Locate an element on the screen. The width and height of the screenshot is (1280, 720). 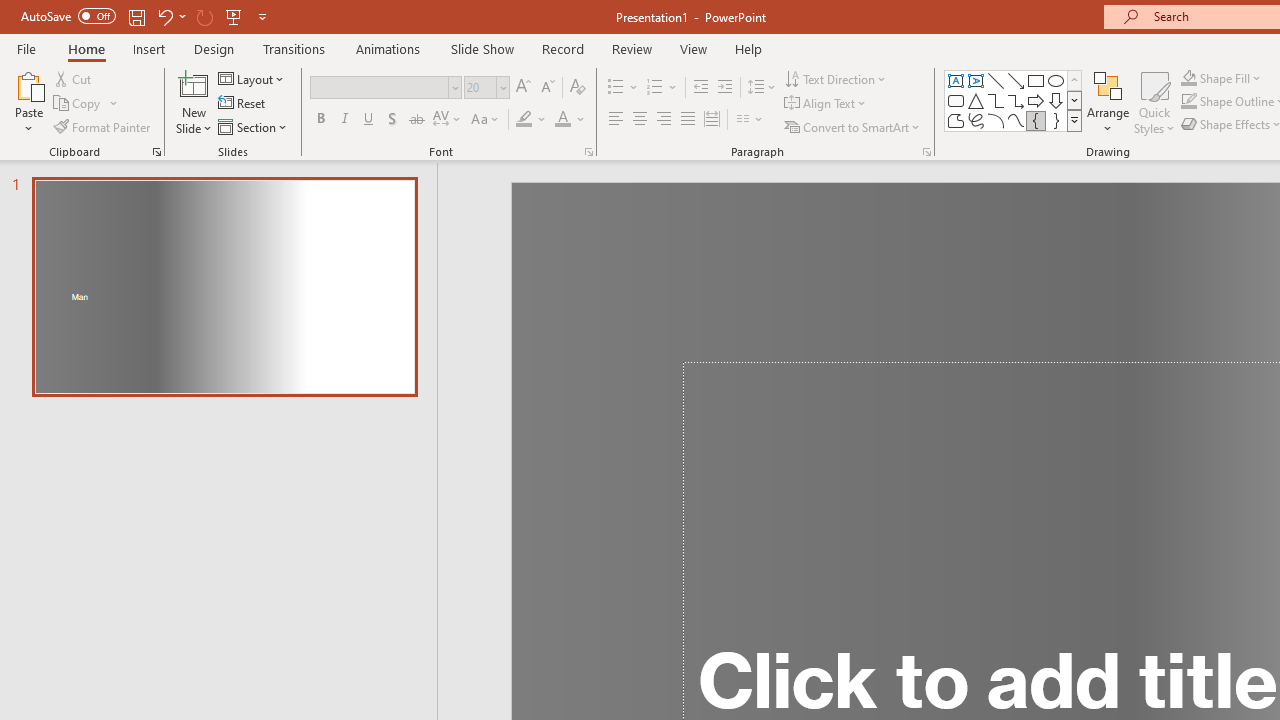
'Copy' is located at coordinates (78, 103).